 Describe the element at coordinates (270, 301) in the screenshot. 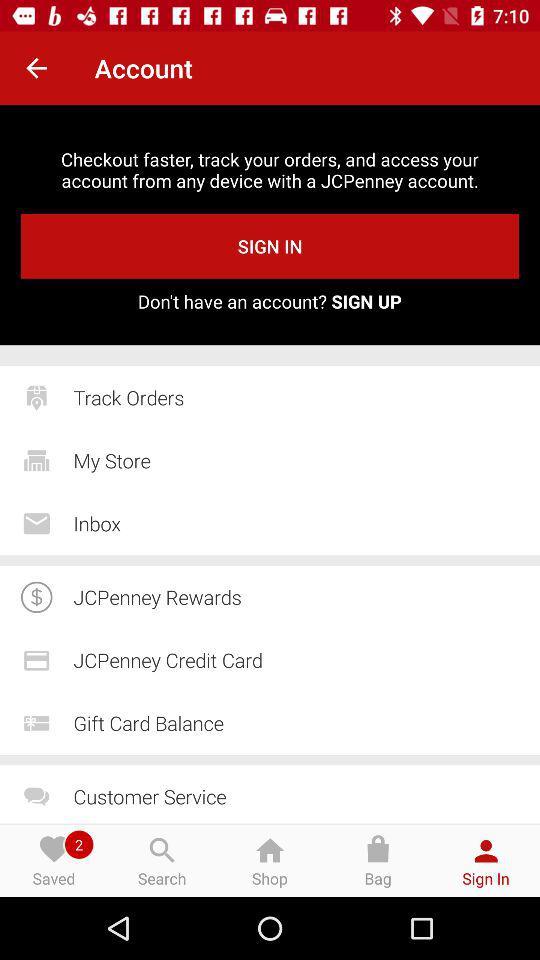

I see `don t have` at that location.